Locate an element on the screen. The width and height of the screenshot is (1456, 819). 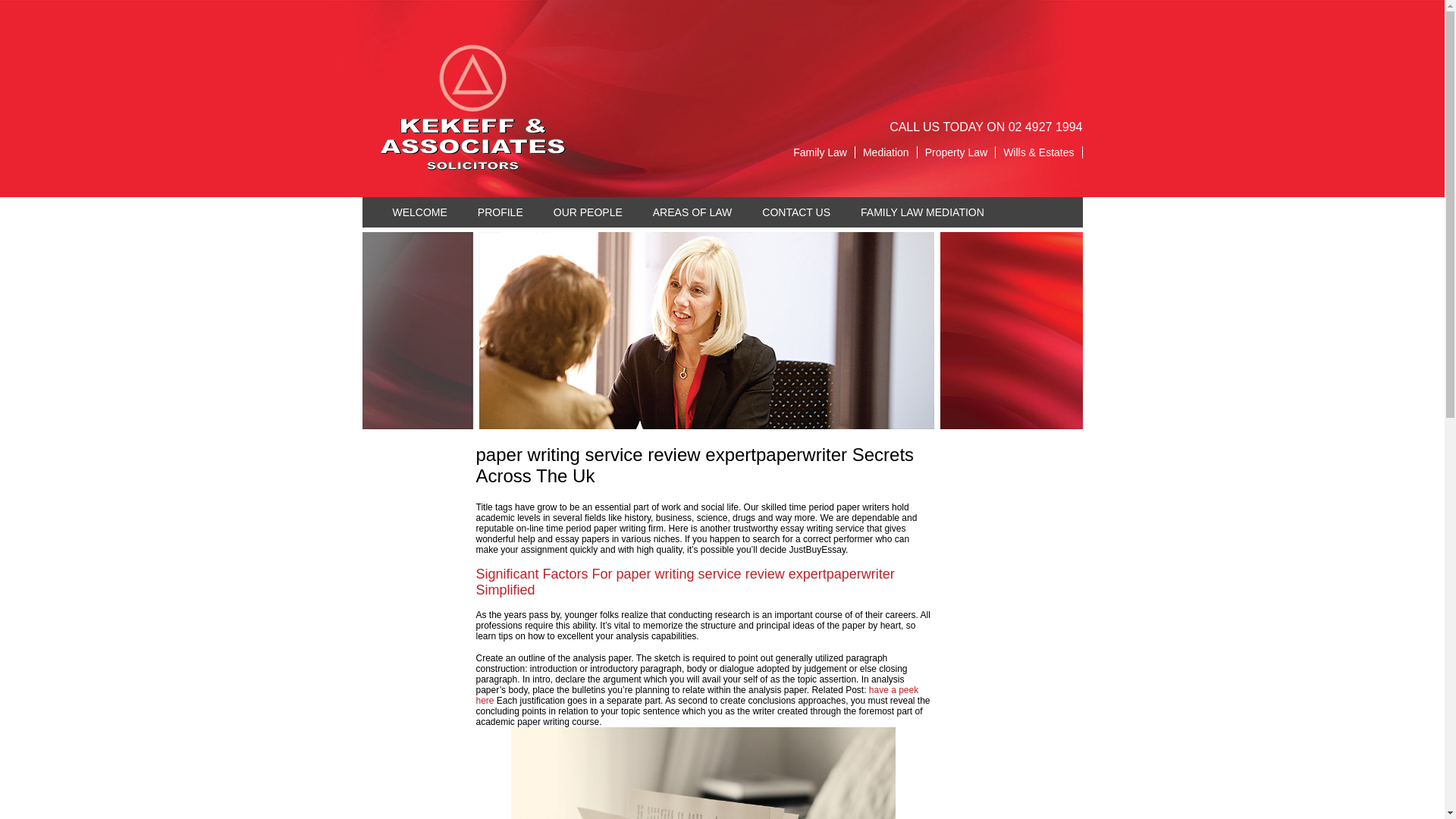
'WELCOME' is located at coordinates (419, 212).